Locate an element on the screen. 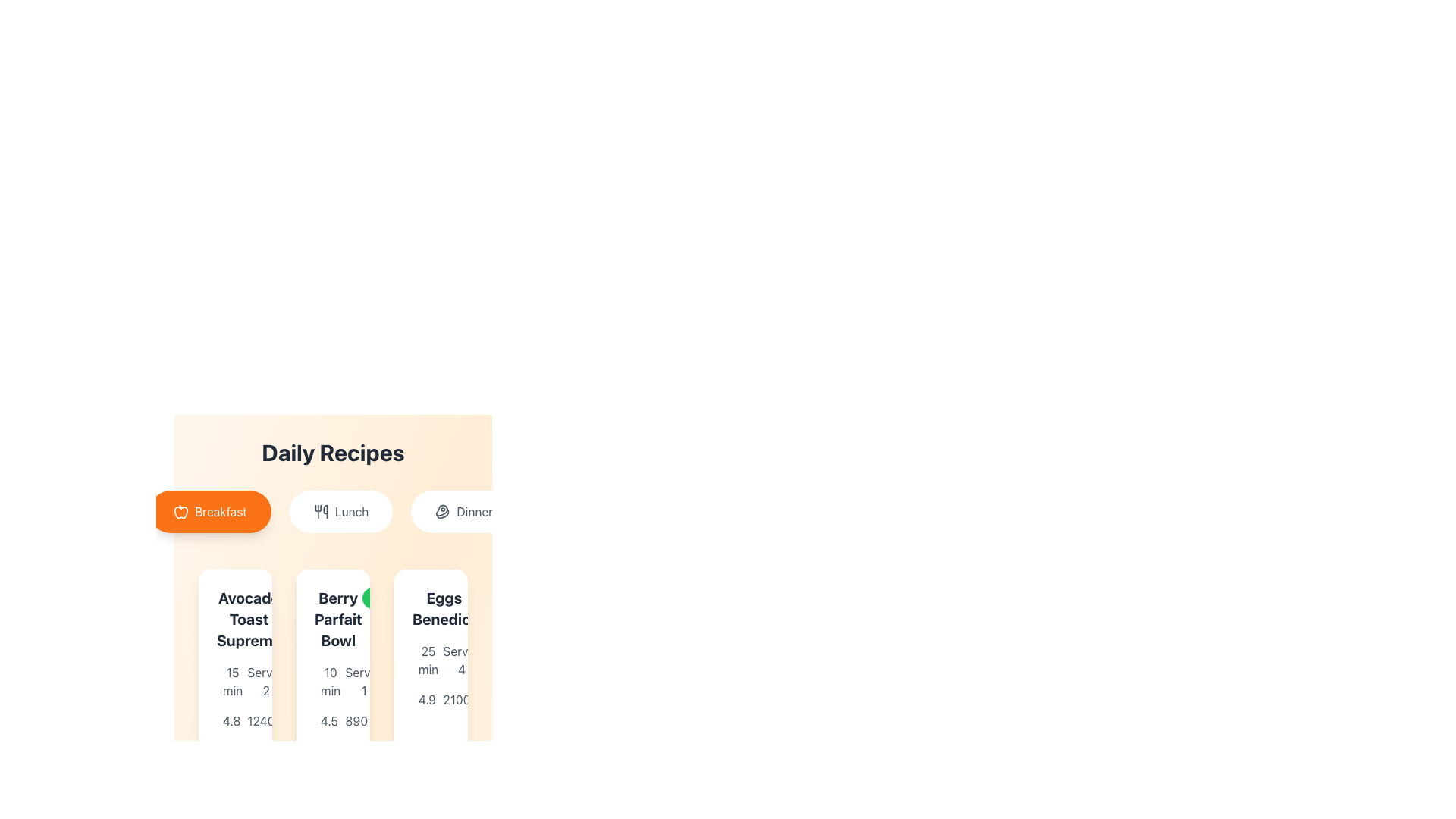  the text label '15 min' with the adjacent clock icon in orange, located under the title 'Avocado Toast Supreme' in the first recipe card from the left is located at coordinates (222, 680).